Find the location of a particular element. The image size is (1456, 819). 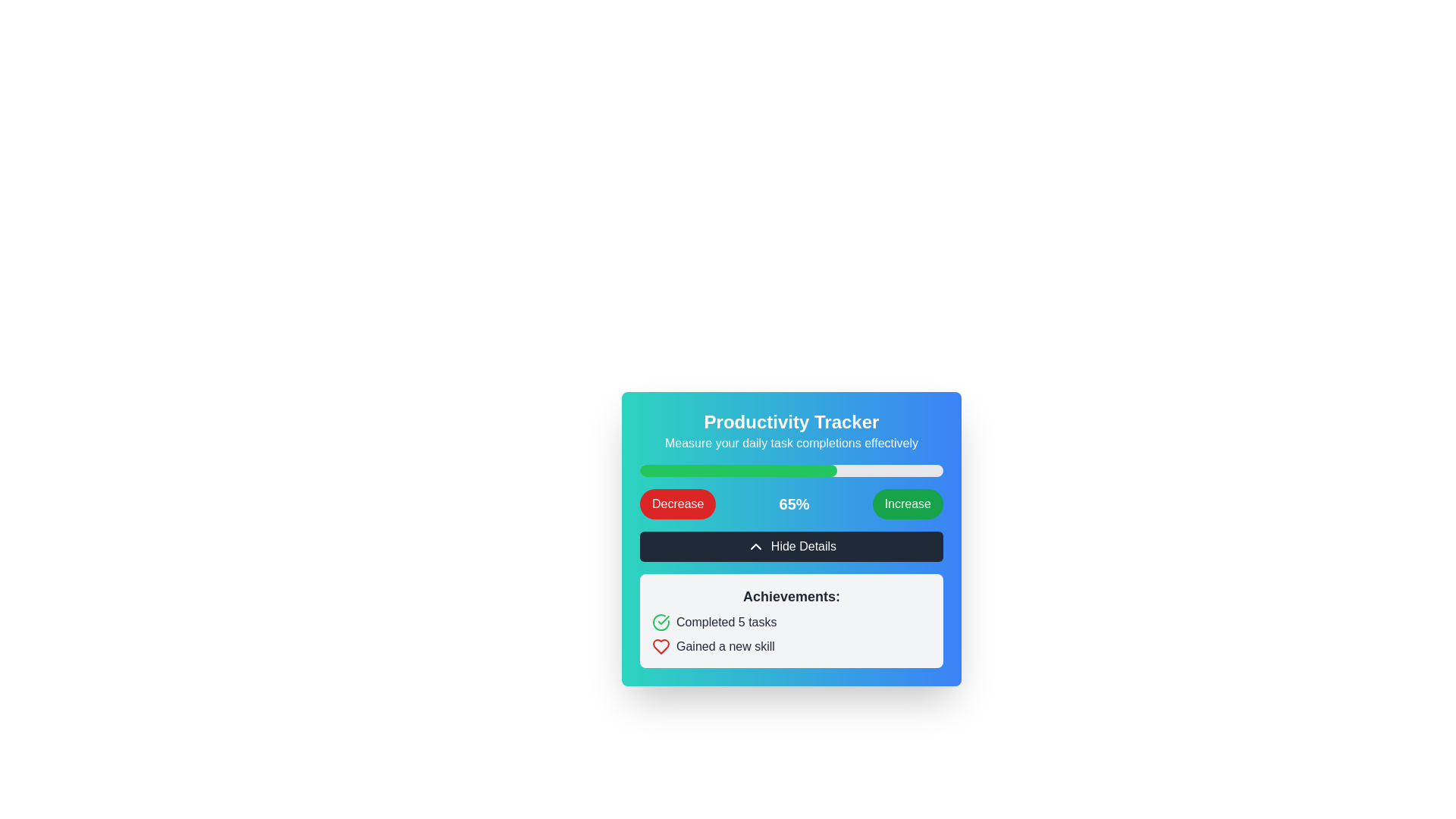

the 'Hide Details' button with a dark gray background and upward-pointing arrow icon is located at coordinates (790, 547).